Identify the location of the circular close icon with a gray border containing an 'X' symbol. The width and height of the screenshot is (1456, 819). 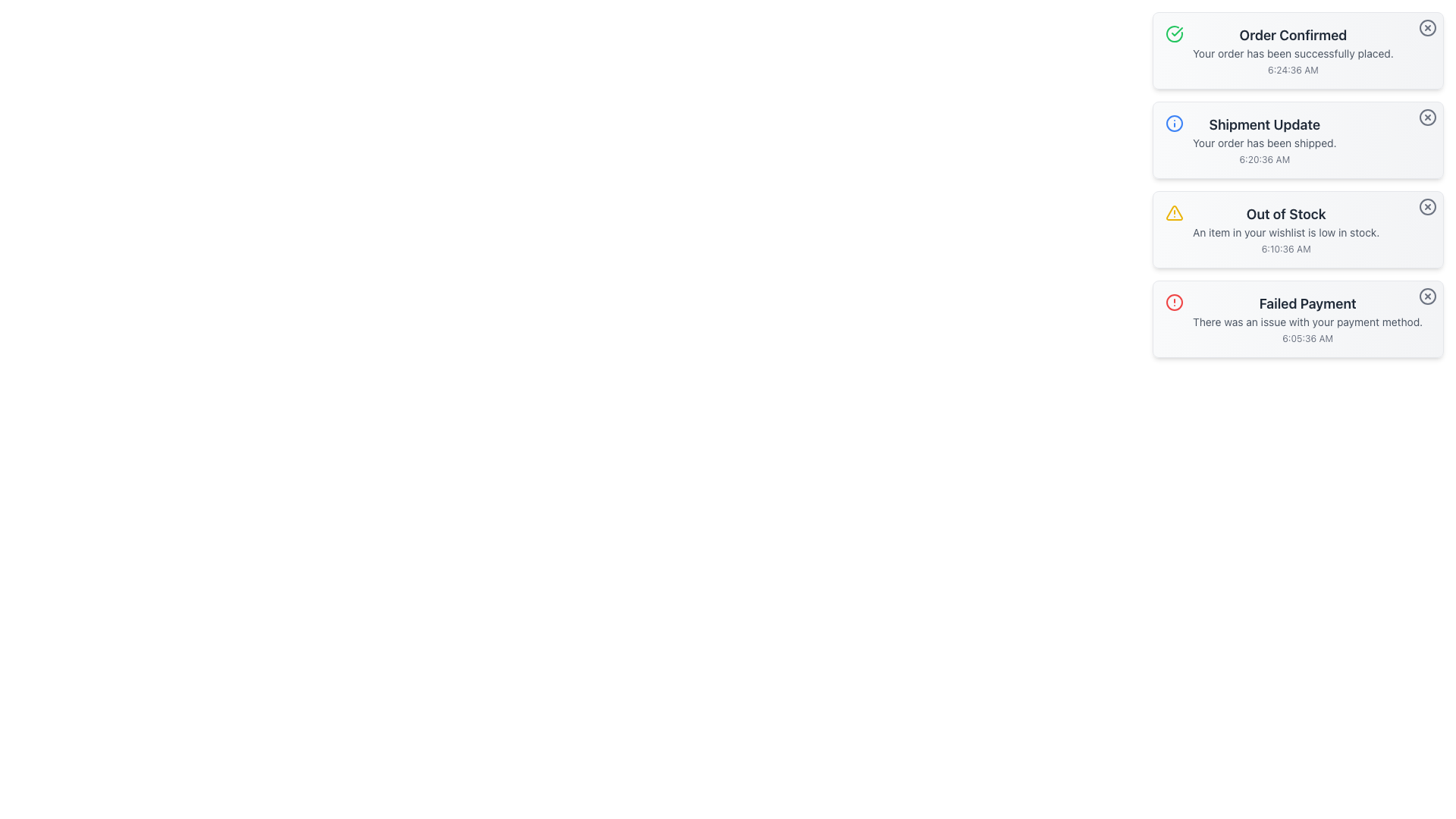
(1426, 116).